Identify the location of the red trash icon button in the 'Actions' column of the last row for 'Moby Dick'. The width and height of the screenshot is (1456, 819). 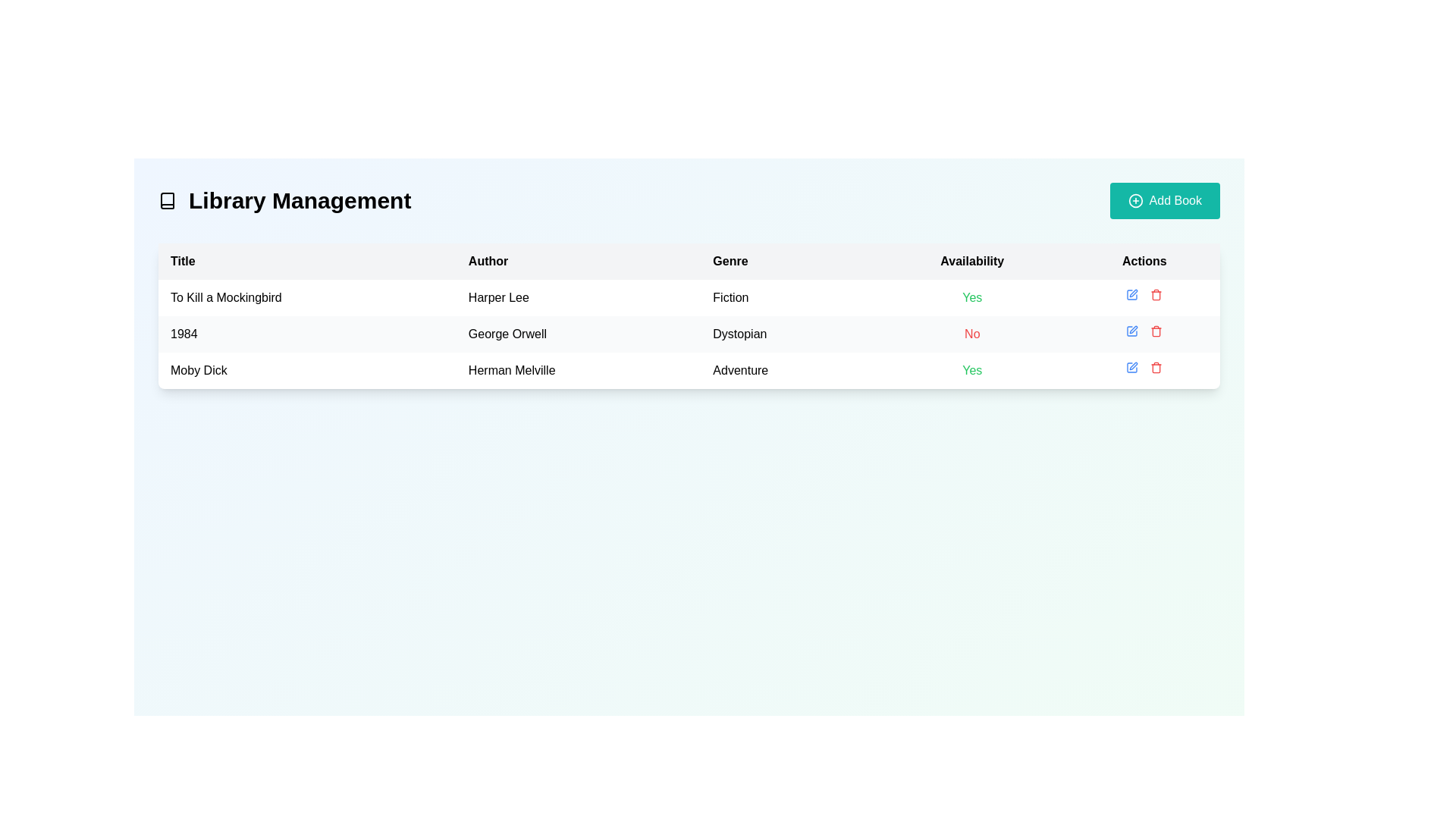
(1156, 368).